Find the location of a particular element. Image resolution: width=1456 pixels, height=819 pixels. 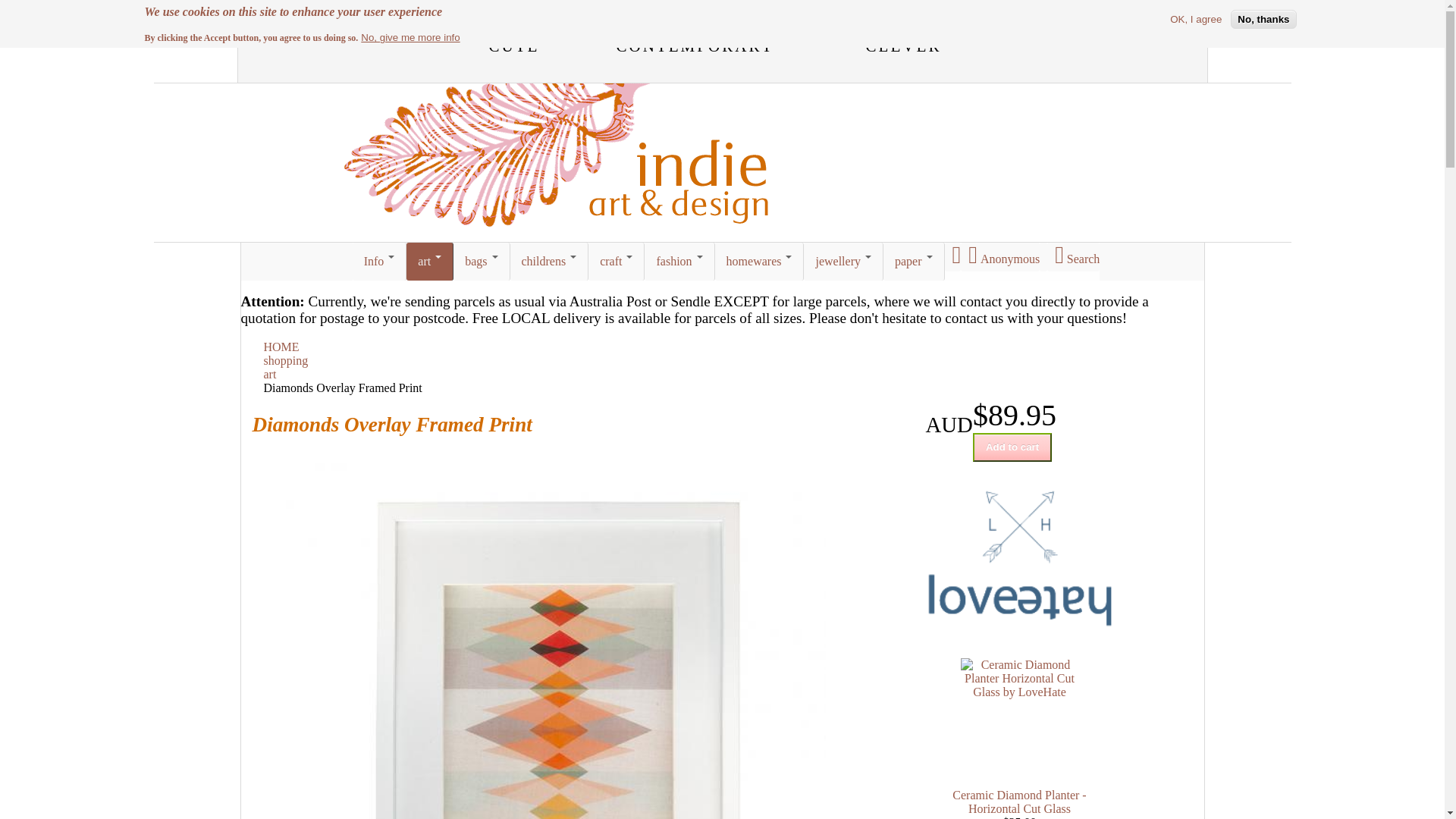

'No, give me more info' is located at coordinates (410, 36).